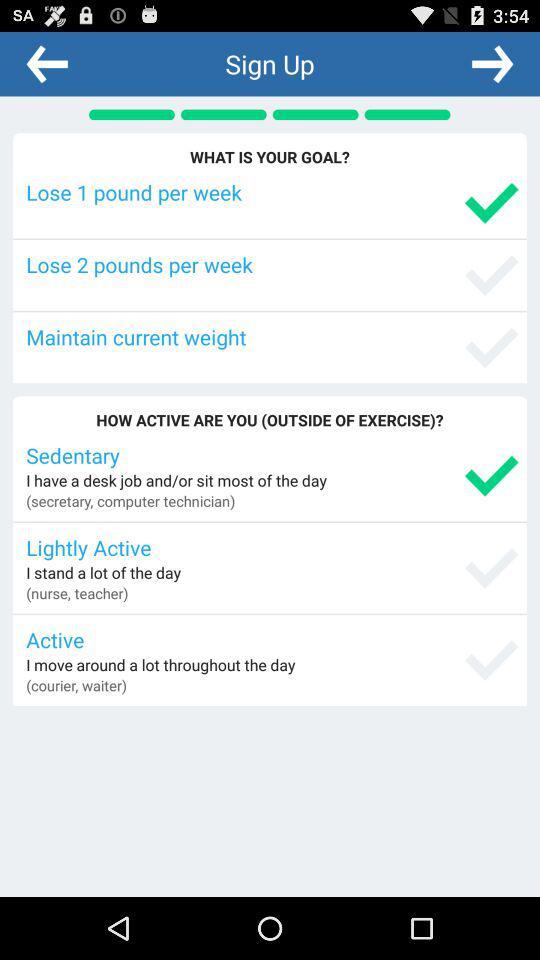 This screenshot has width=540, height=960. What do you see at coordinates (47, 63) in the screenshot?
I see `the app next to the sign up icon` at bounding box center [47, 63].